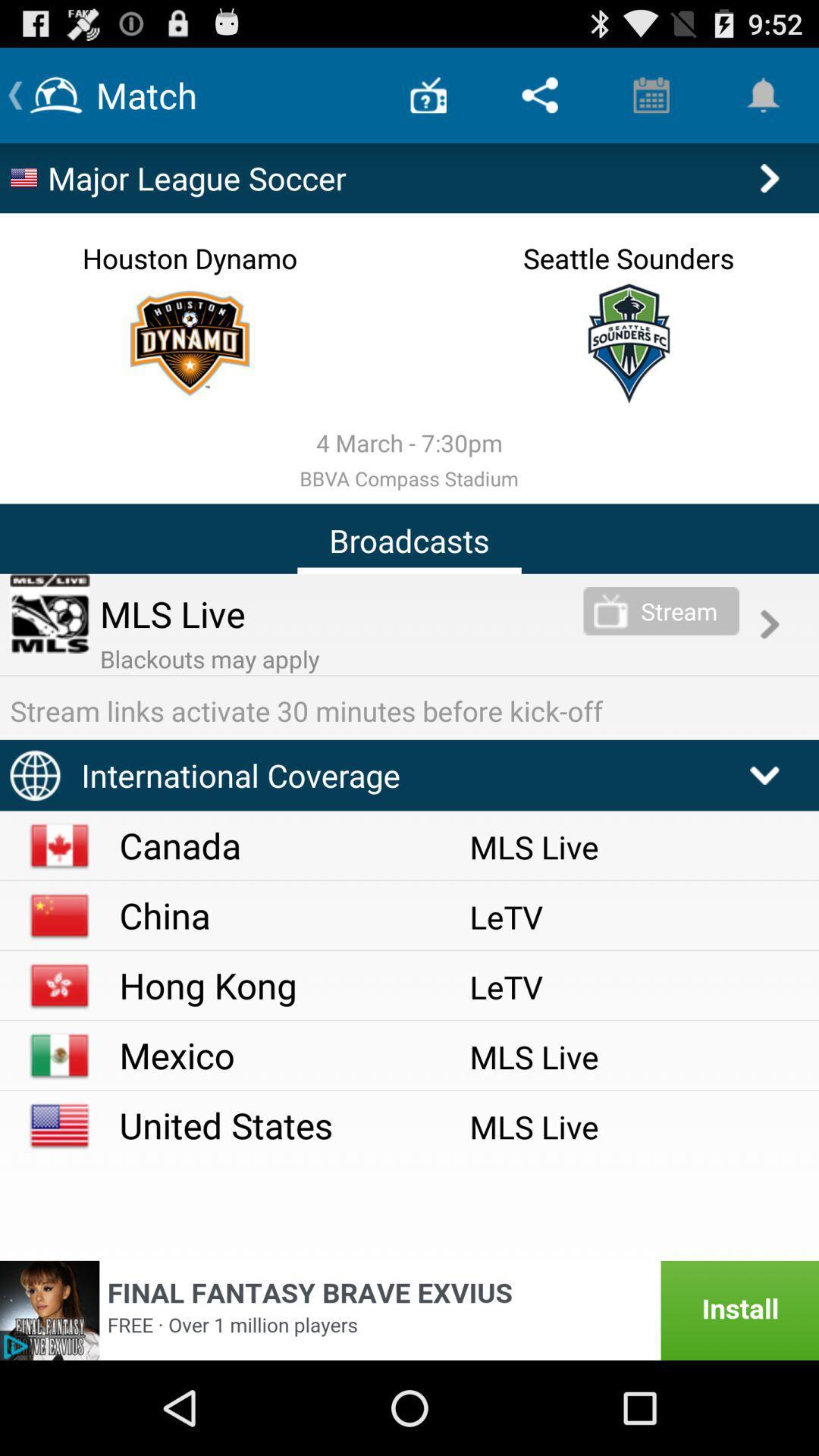  I want to click on install final fantasy brave exvius, so click(409, 1310).